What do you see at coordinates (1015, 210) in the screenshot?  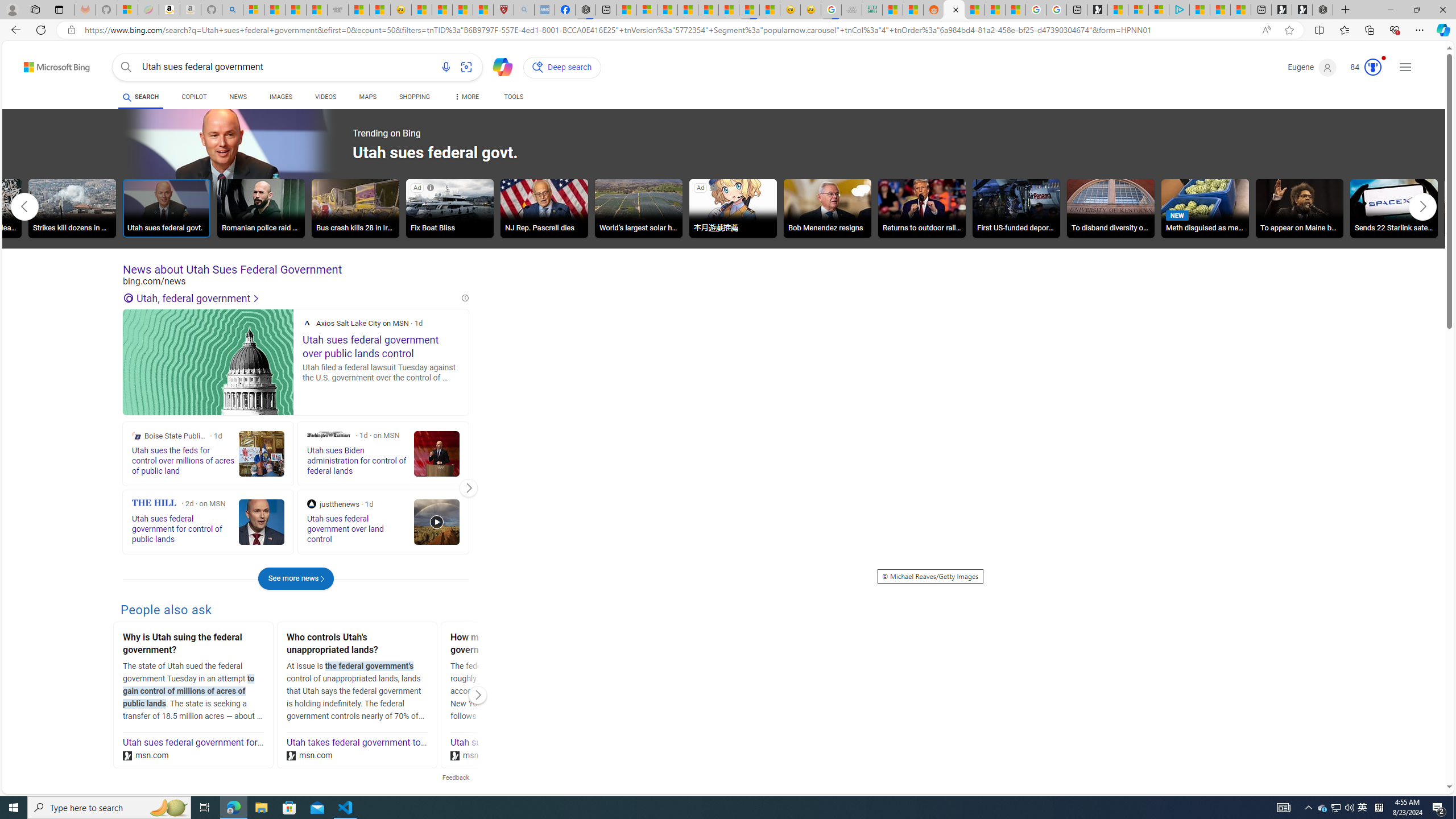 I see `'First US-funded deportation'` at bounding box center [1015, 210].